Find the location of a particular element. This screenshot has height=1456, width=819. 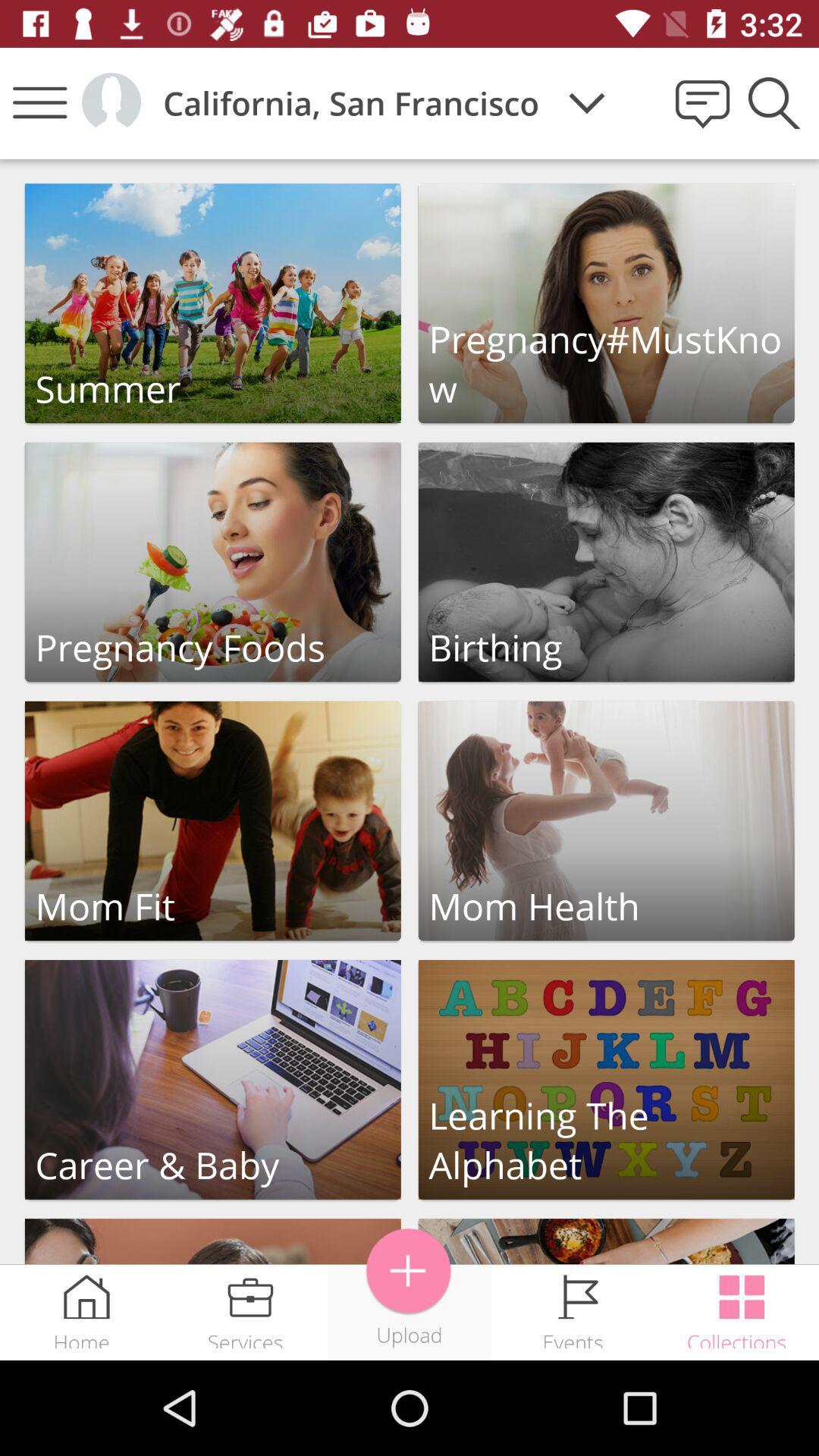

item to the right of the services is located at coordinates (408, 1271).